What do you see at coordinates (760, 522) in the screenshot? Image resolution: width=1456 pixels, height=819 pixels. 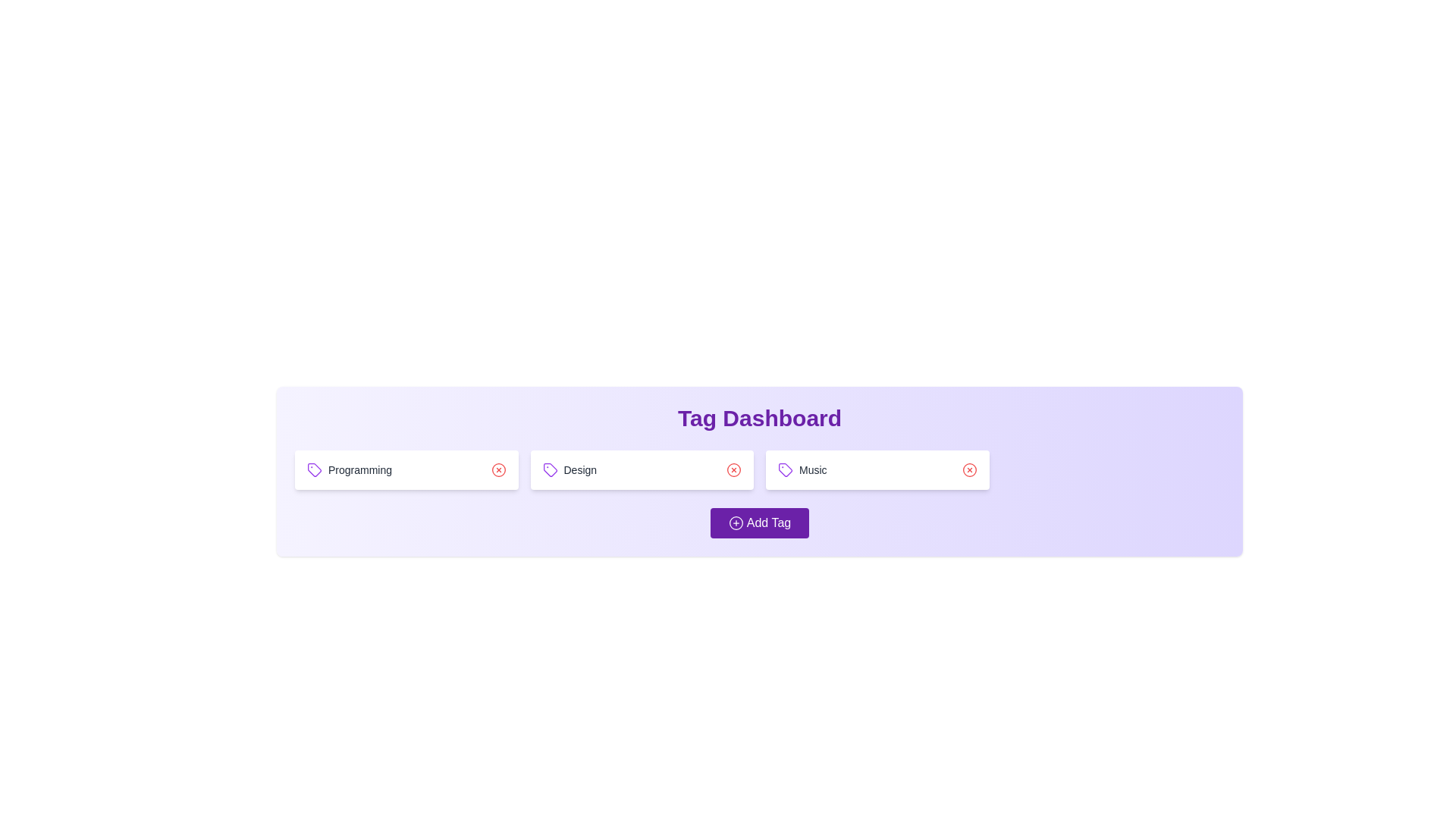 I see `the button located at the bottom-center of the 'Tag Dashboard' section` at bounding box center [760, 522].